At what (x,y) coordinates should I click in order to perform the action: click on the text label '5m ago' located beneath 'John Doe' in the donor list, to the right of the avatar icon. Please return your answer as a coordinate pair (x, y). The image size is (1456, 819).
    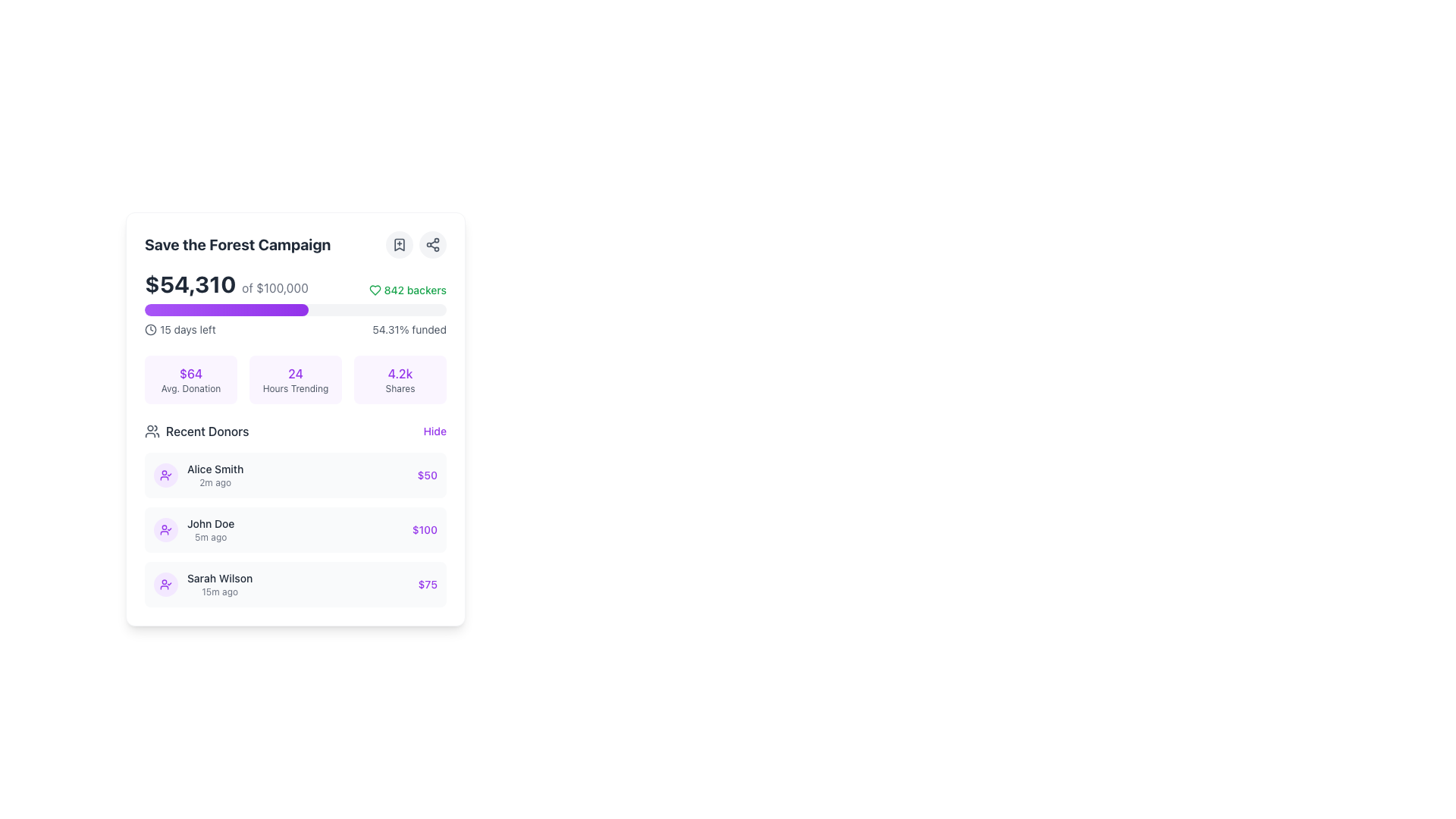
    Looking at the image, I should click on (210, 537).